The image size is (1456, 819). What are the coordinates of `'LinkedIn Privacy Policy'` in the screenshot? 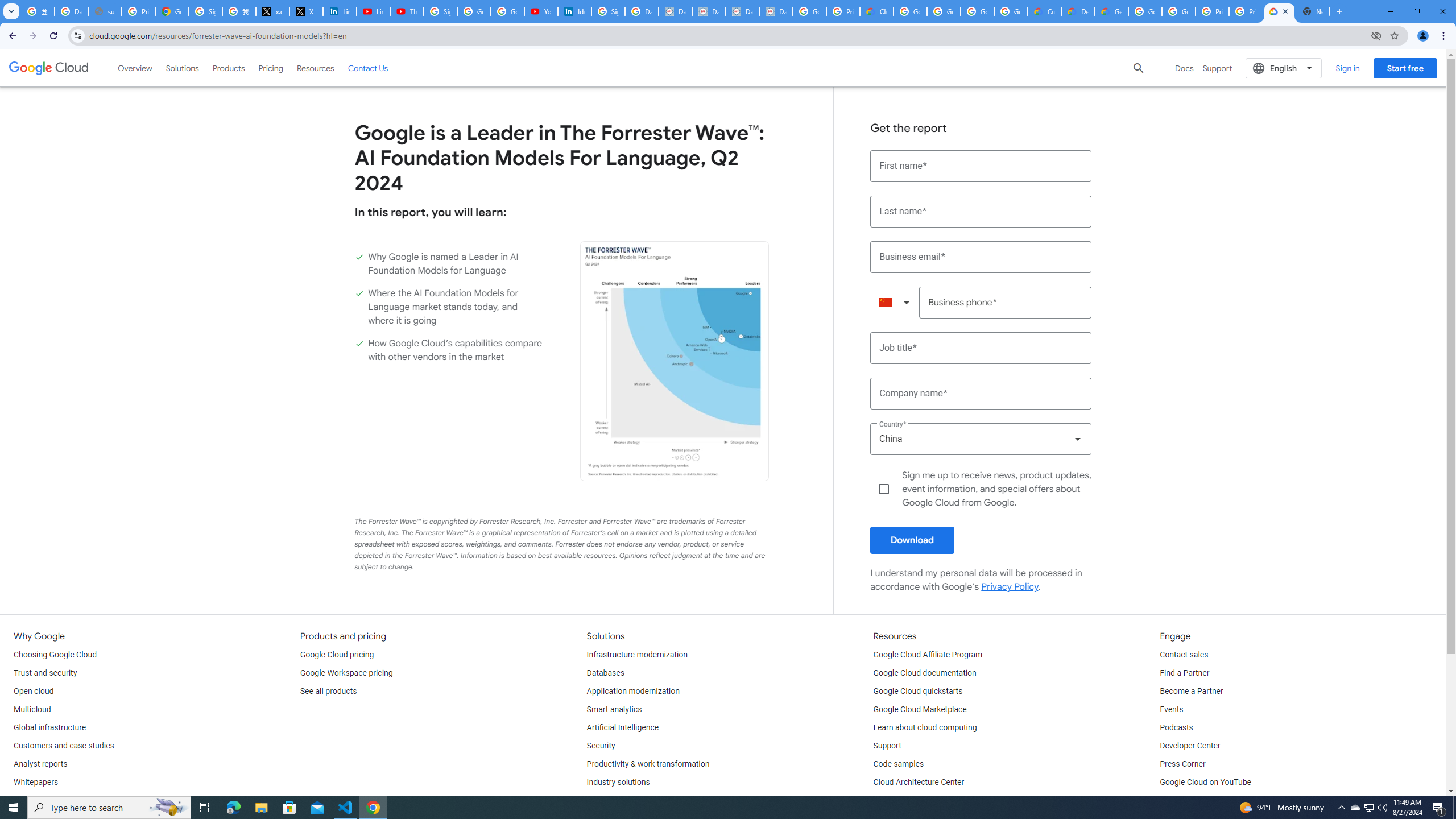 It's located at (338, 11).